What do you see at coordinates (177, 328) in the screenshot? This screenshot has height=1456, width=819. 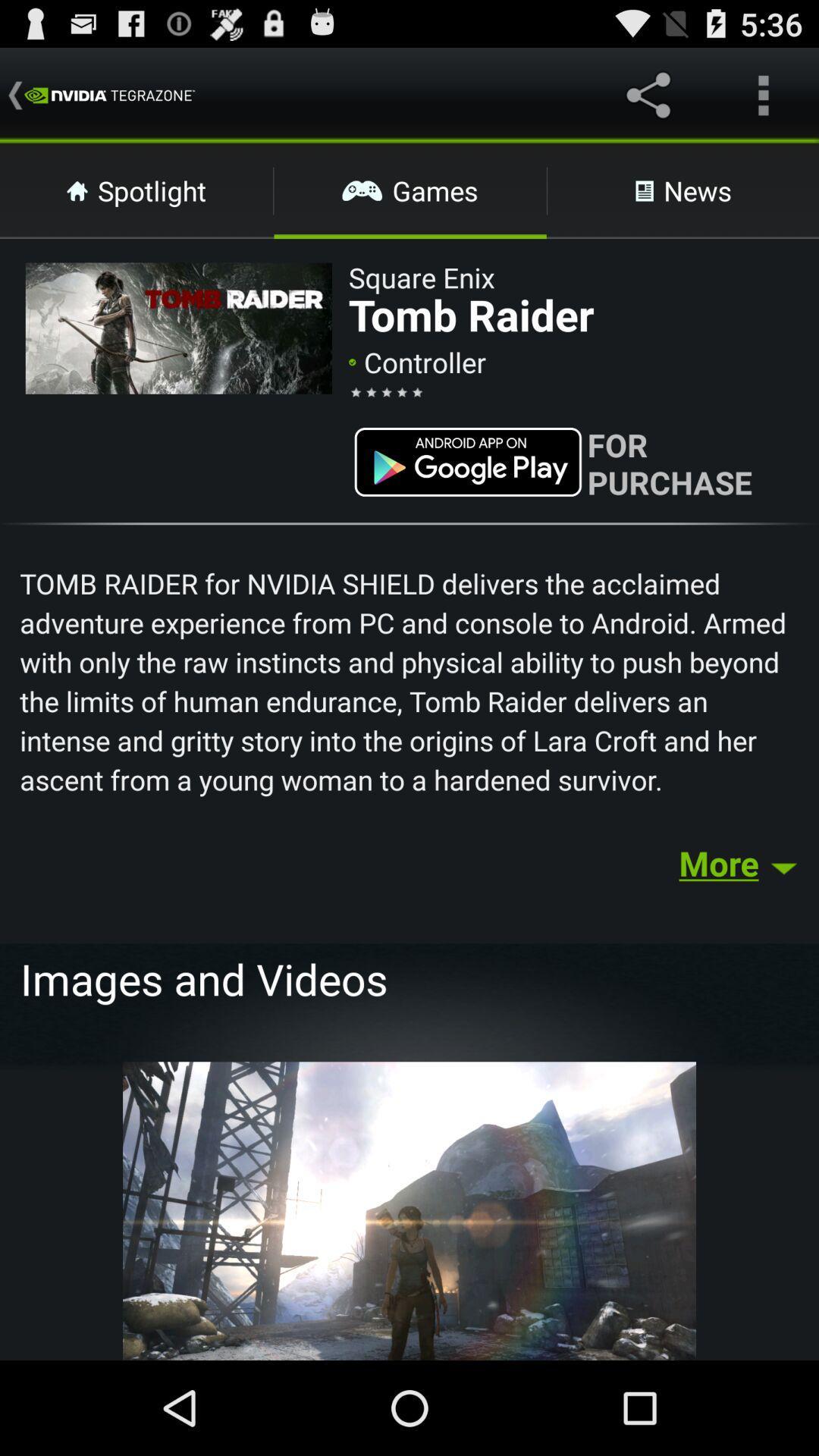 I see `the image below the spotlight` at bounding box center [177, 328].